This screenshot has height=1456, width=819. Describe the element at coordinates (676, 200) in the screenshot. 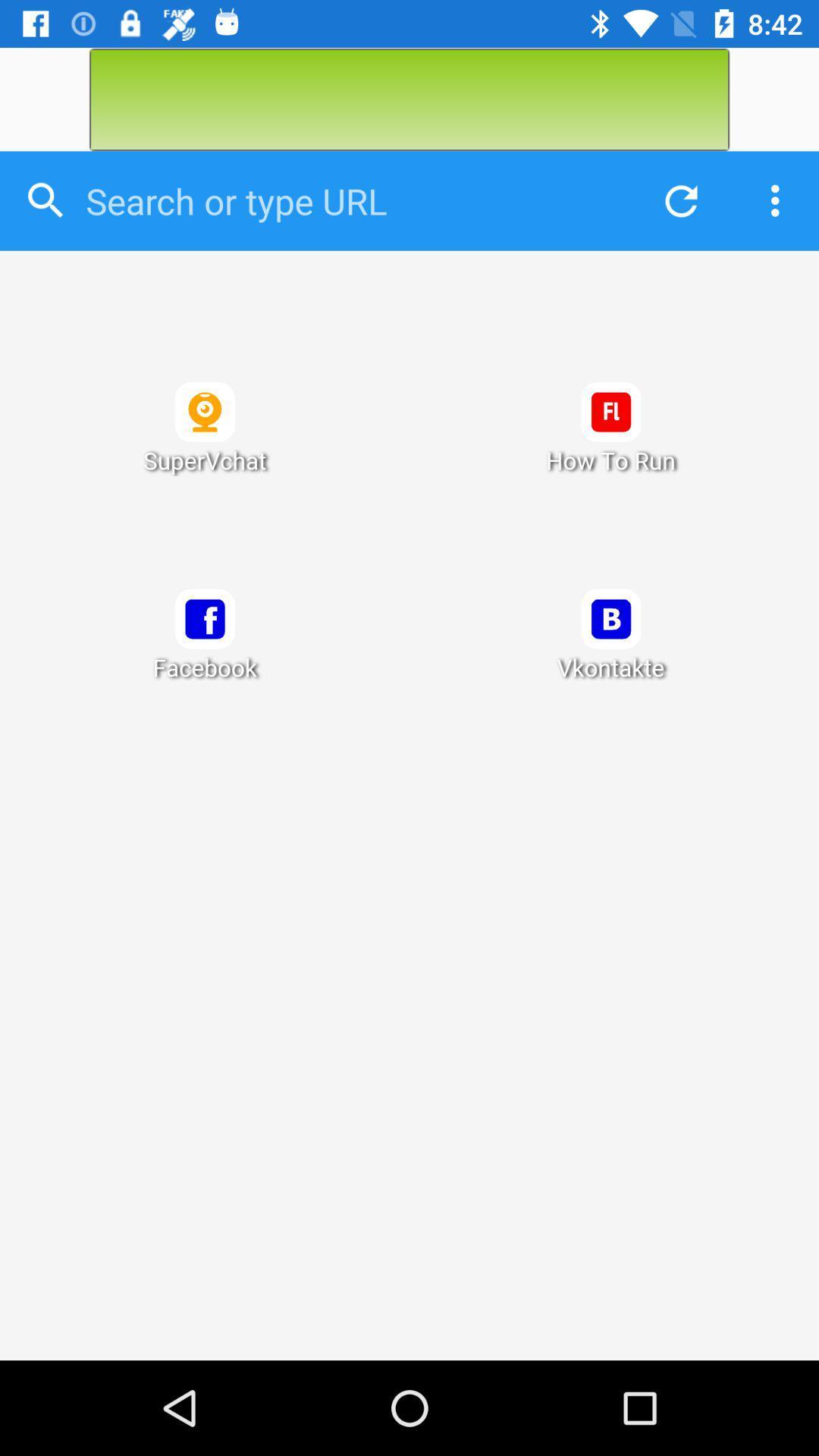

I see `reload the page` at that location.